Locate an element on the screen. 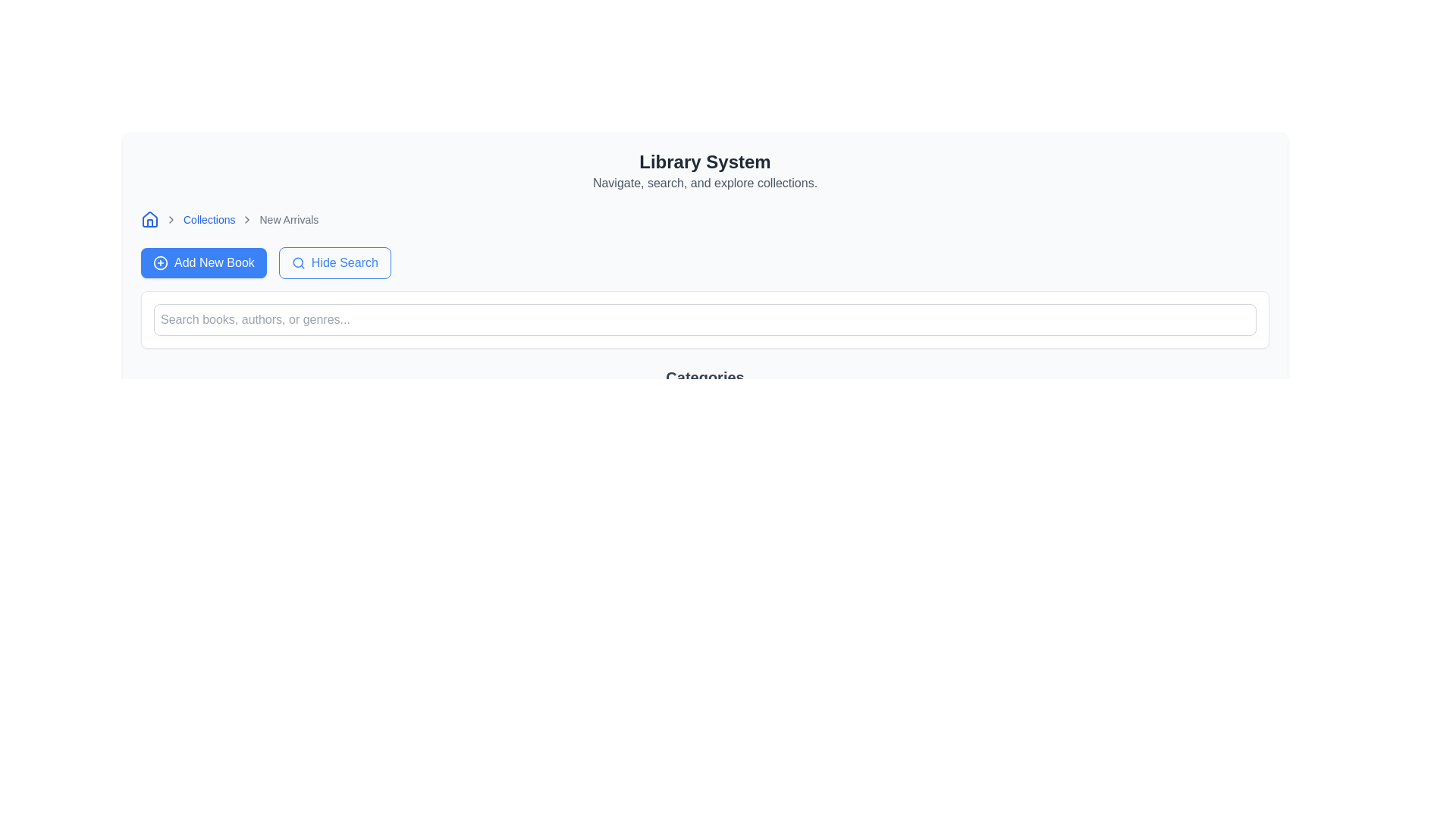 This screenshot has width=1456, height=819. the search icon, which is a graphical element represented as part of an inline SVG, located to the left of the 'Hide Search' button on the top bar is located at coordinates (298, 262).